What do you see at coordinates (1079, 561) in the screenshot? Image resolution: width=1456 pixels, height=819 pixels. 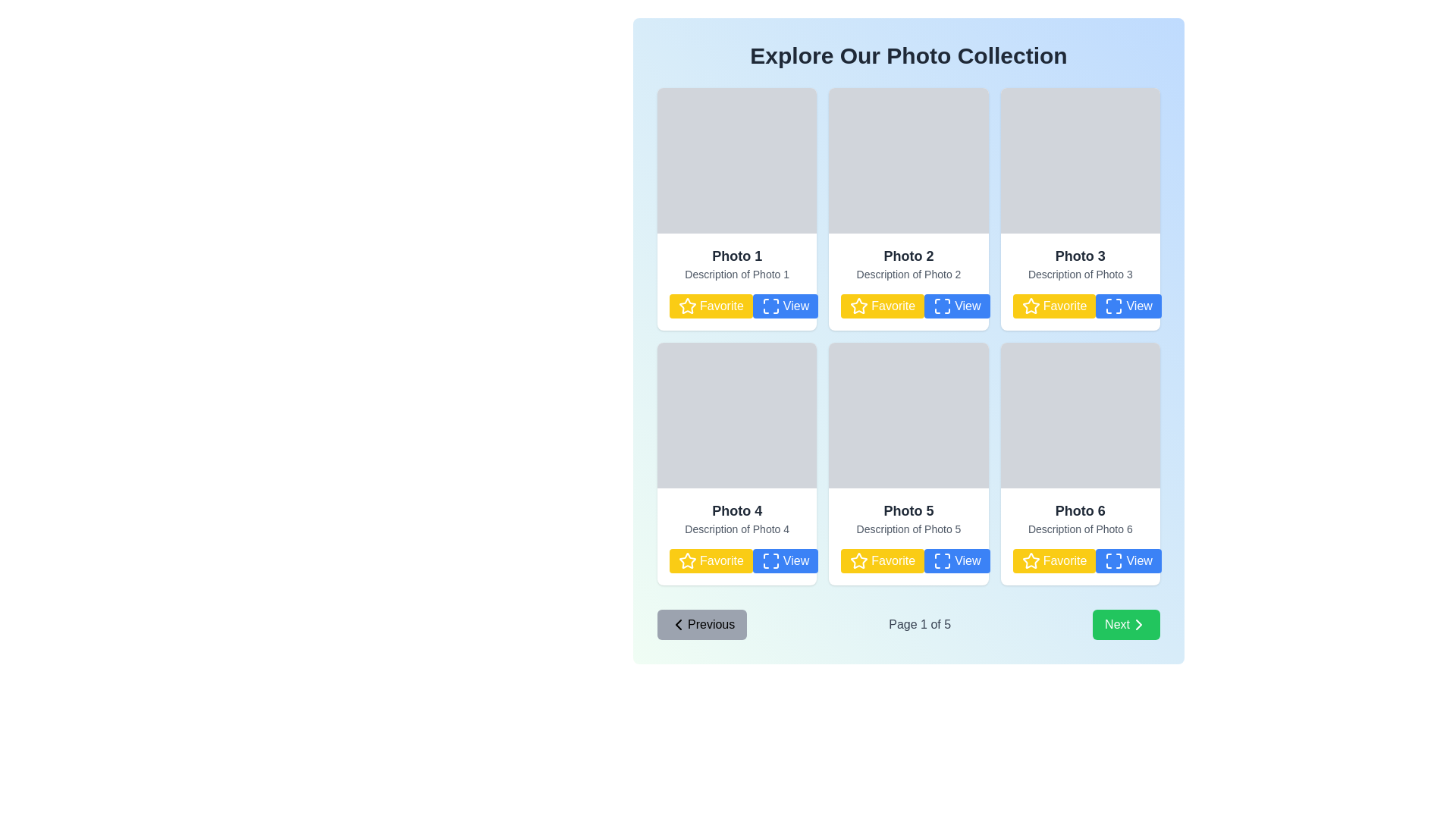 I see `the bright yellow 'Favorite' button with a white star icon to mark the photo as favorite` at bounding box center [1079, 561].